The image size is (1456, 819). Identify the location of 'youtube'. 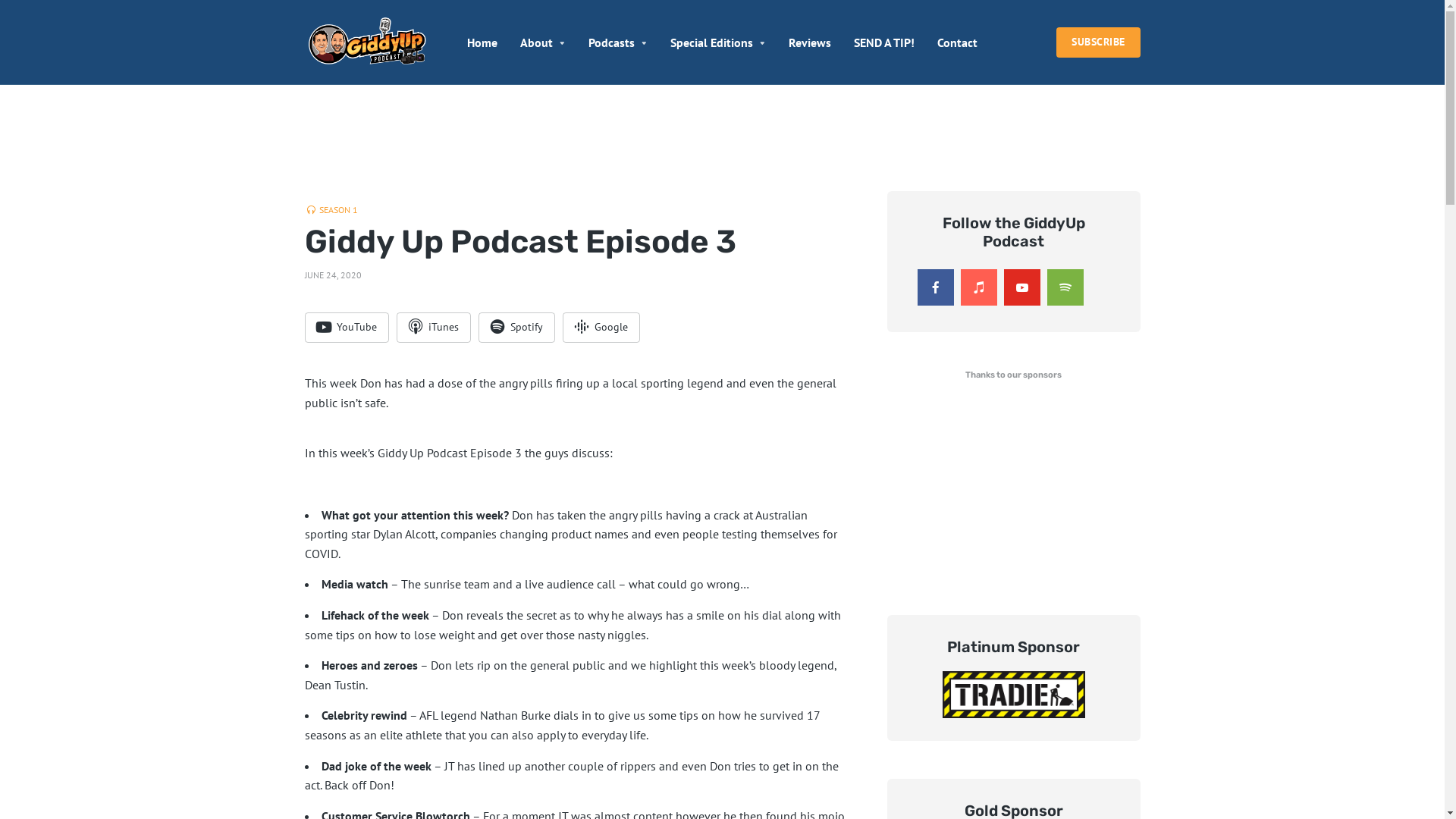
(1022, 287).